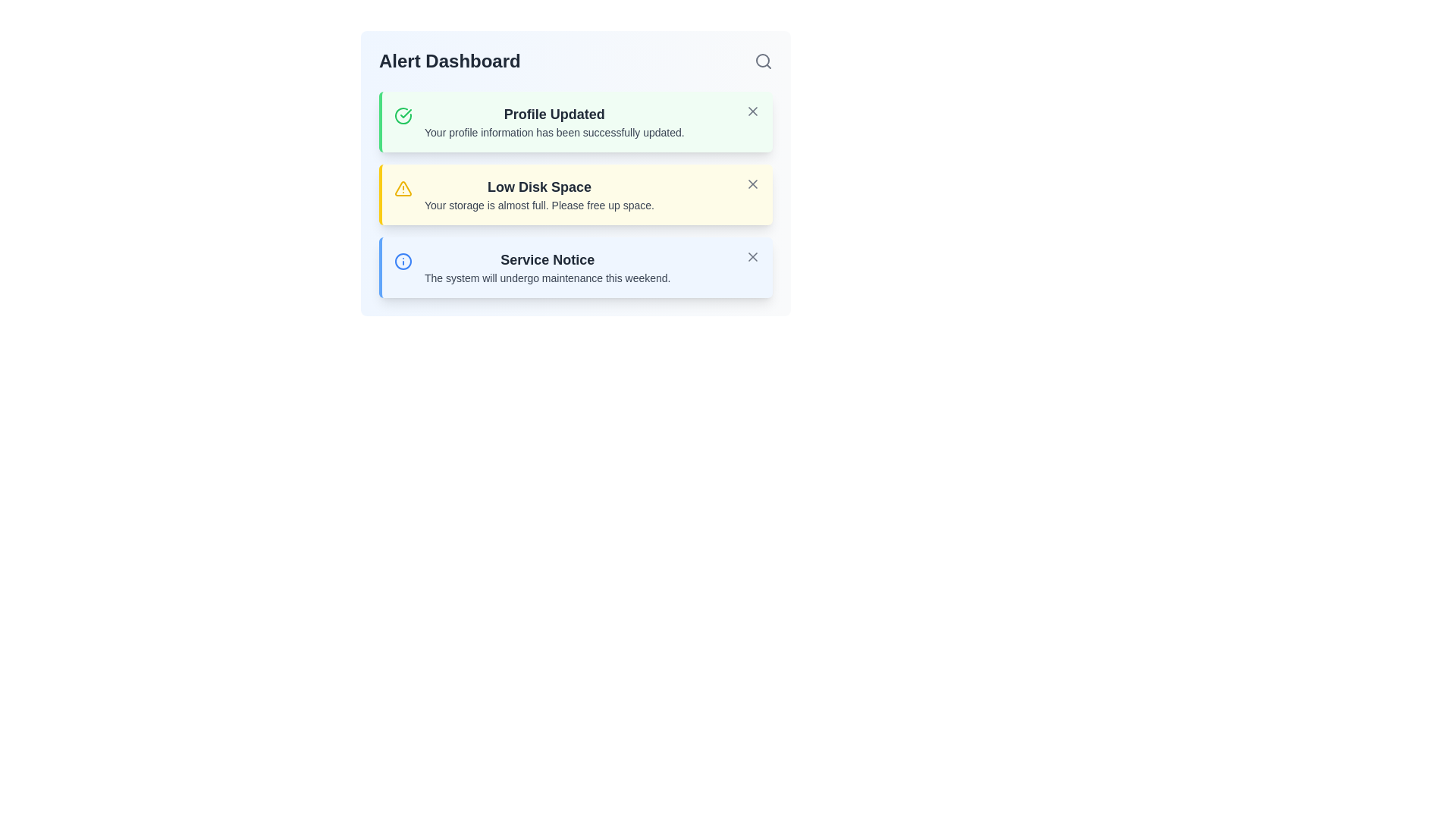 This screenshot has height=819, width=1456. Describe the element at coordinates (753, 110) in the screenshot. I see `the close icon in the top right corner of the 'Profile Updated' notification` at that location.